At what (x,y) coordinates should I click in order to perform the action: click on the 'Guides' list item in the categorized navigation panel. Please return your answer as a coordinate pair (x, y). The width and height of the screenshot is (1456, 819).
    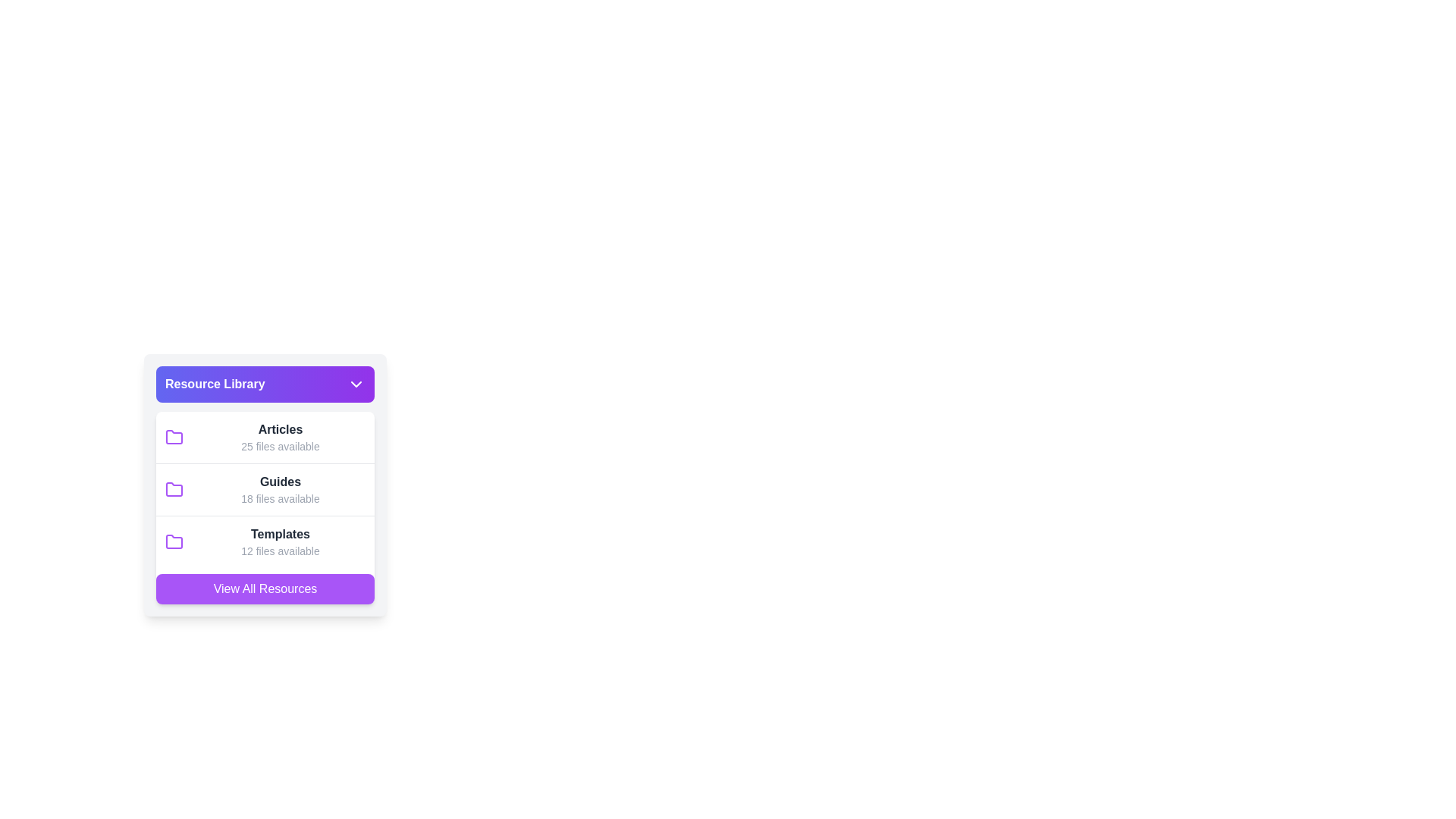
    Looking at the image, I should click on (265, 488).